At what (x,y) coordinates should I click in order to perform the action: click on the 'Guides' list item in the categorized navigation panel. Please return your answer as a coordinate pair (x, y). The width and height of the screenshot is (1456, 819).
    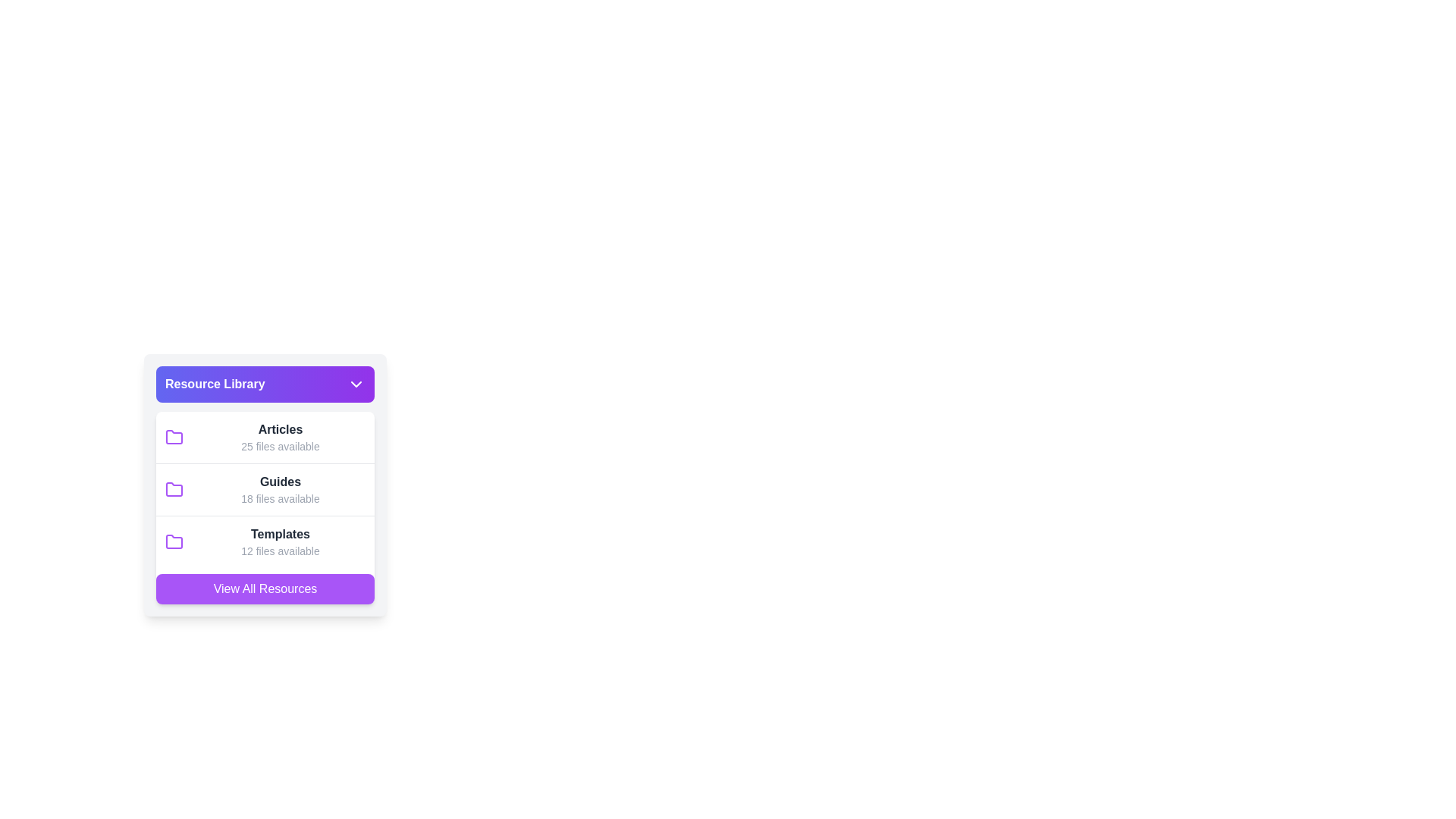
    Looking at the image, I should click on (265, 488).